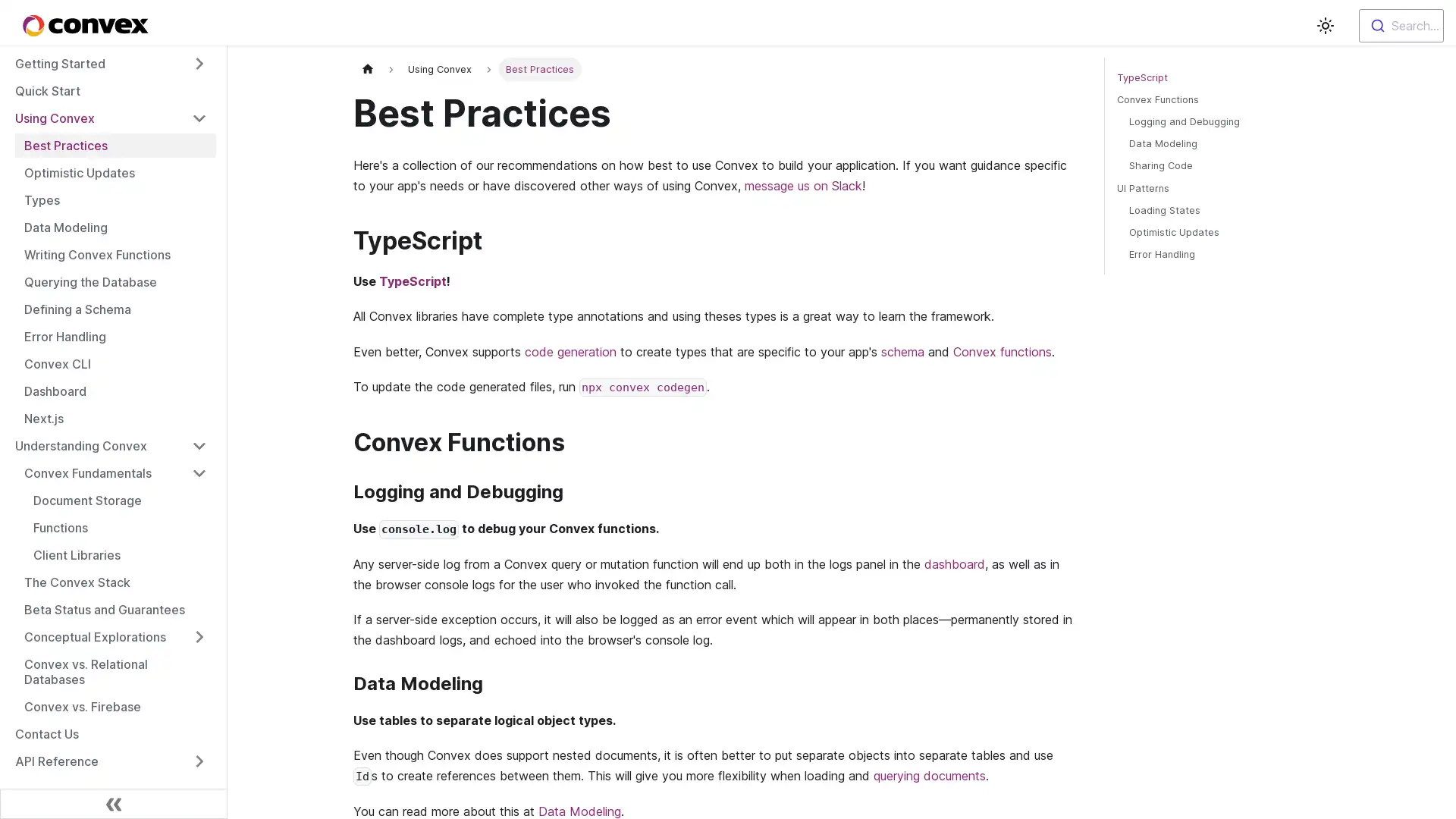 The image size is (1456, 819). What do you see at coordinates (199, 63) in the screenshot?
I see `Toggle the collapsible sidebar category 'Getting Started'` at bounding box center [199, 63].